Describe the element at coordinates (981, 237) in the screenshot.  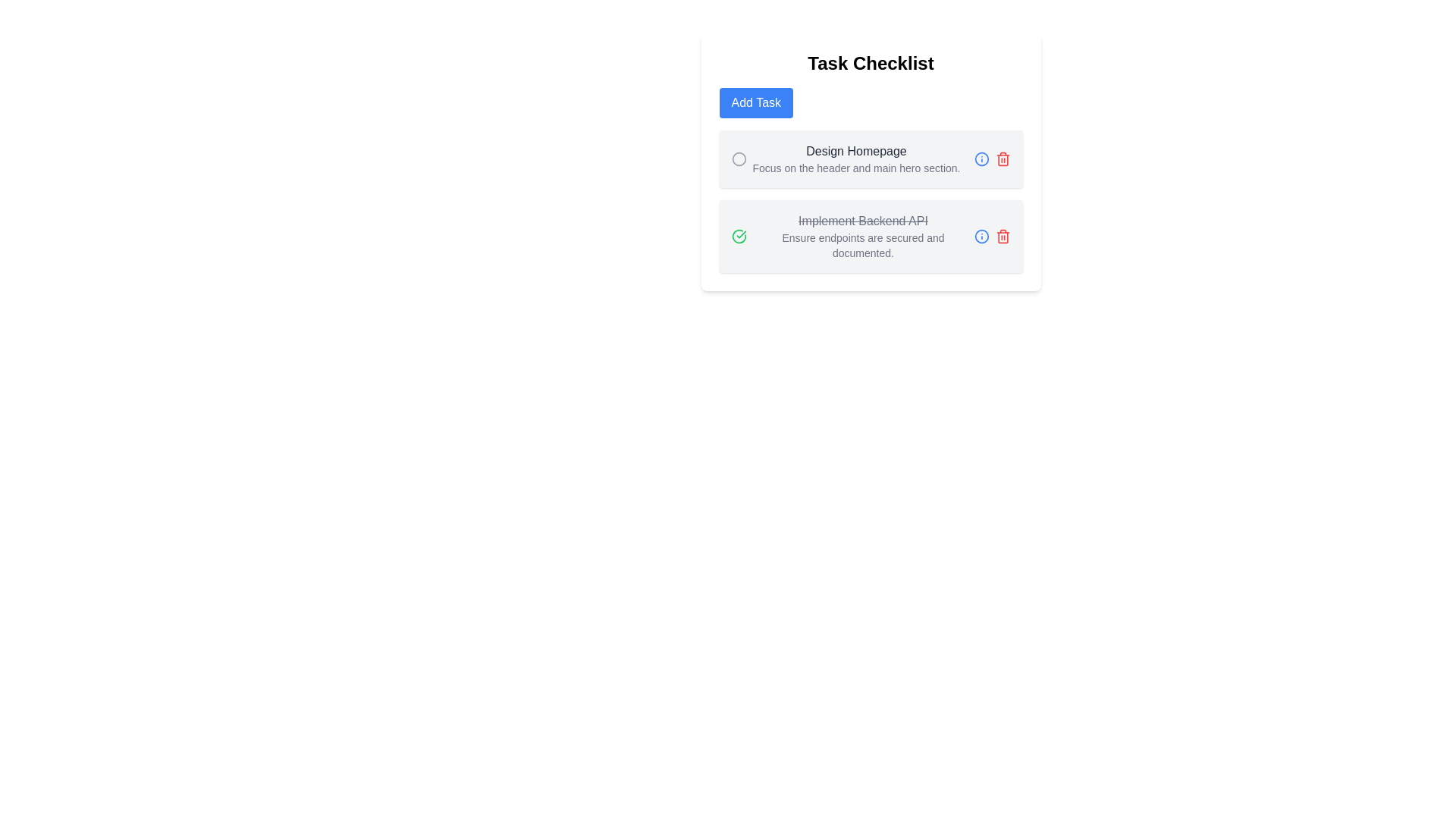
I see `the interactive icon located at the right end of the 'Design Homepage' task item in the 'Task Checklist' UI section` at that location.